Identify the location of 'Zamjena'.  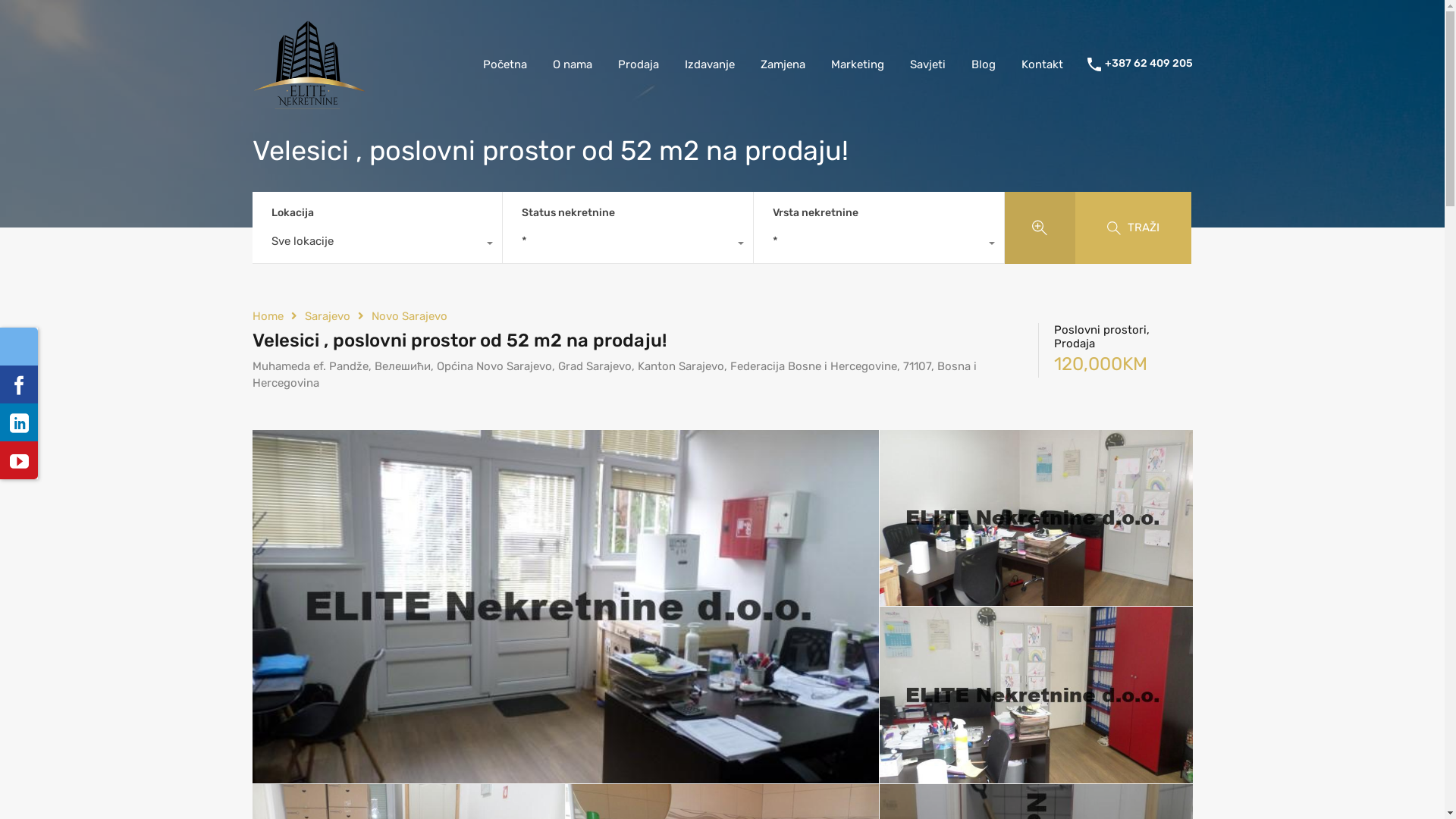
(747, 63).